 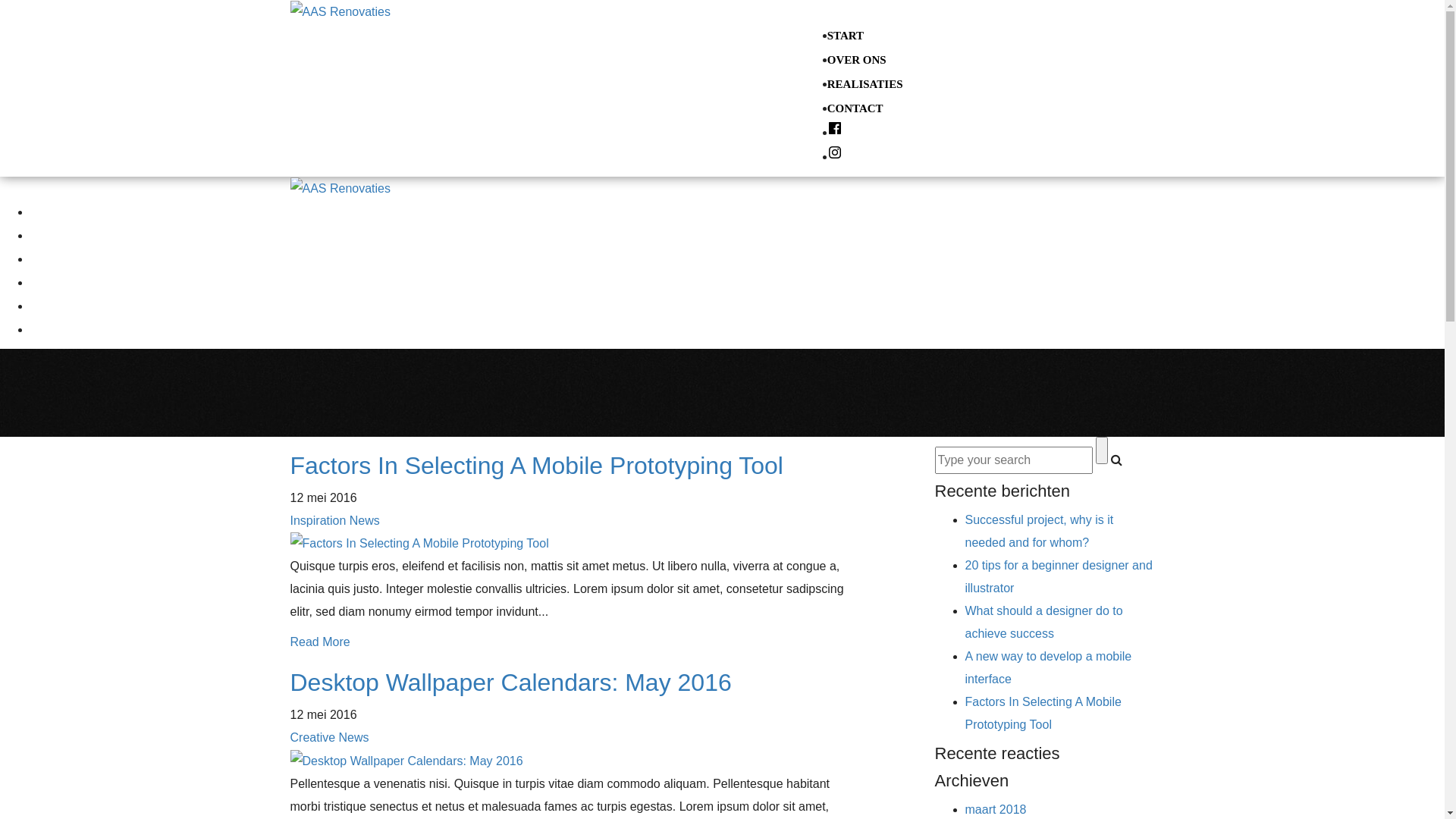 What do you see at coordinates (844, 34) in the screenshot?
I see `'START'` at bounding box center [844, 34].